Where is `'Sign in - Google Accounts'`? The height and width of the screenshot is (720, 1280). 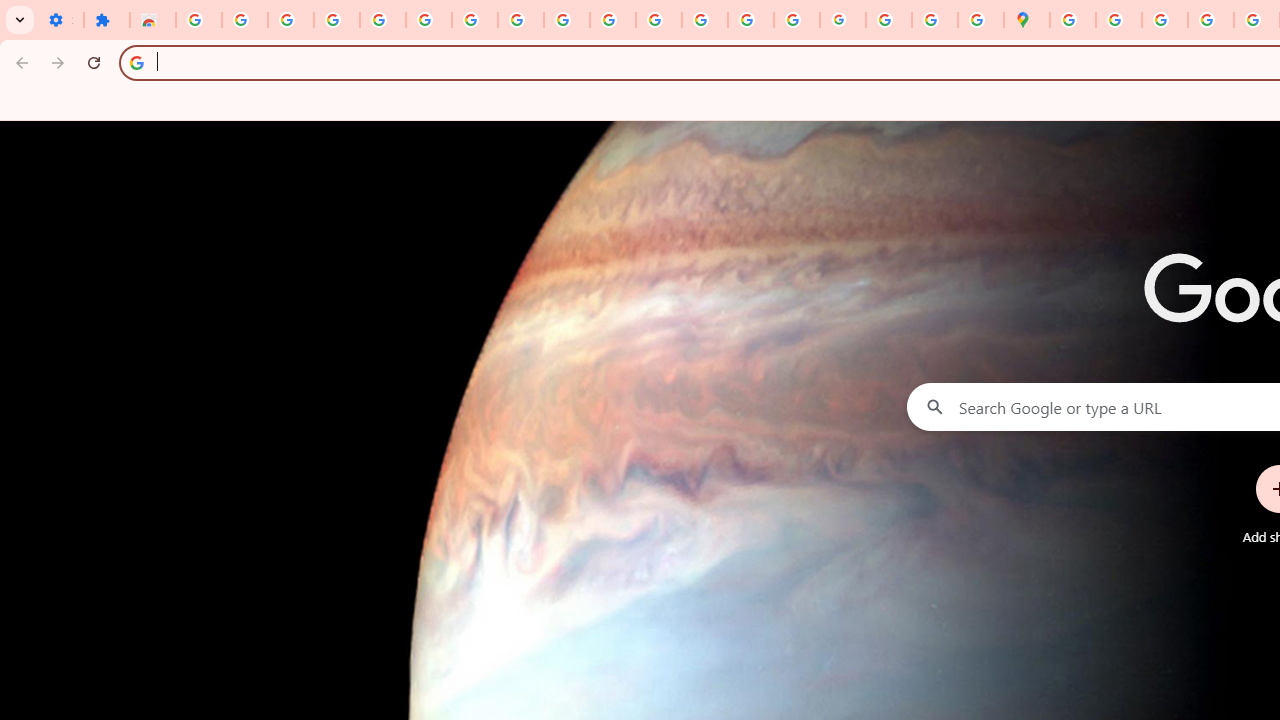
'Sign in - Google Accounts' is located at coordinates (198, 20).